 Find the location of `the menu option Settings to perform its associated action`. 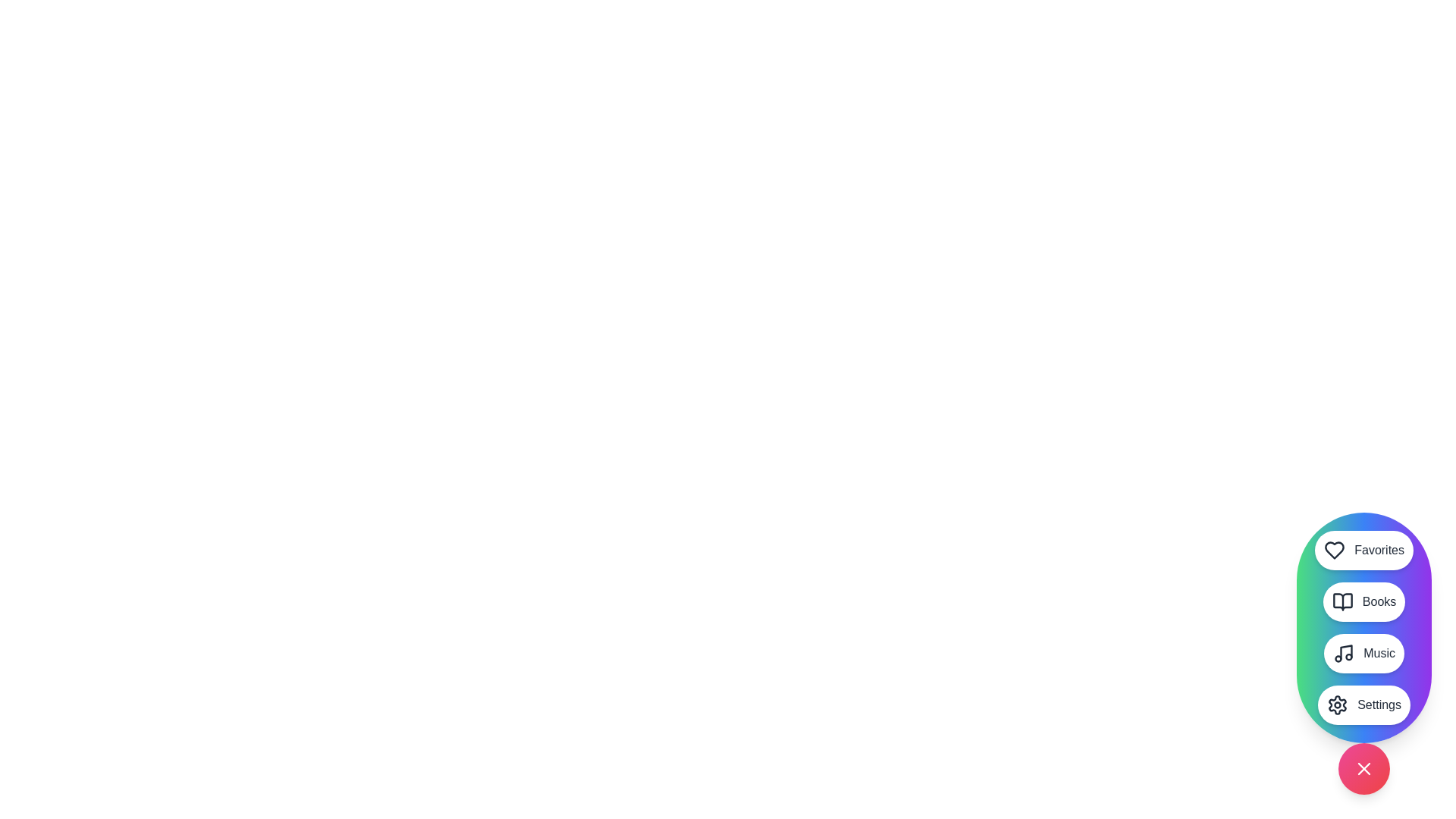

the menu option Settings to perform its associated action is located at coordinates (1364, 704).